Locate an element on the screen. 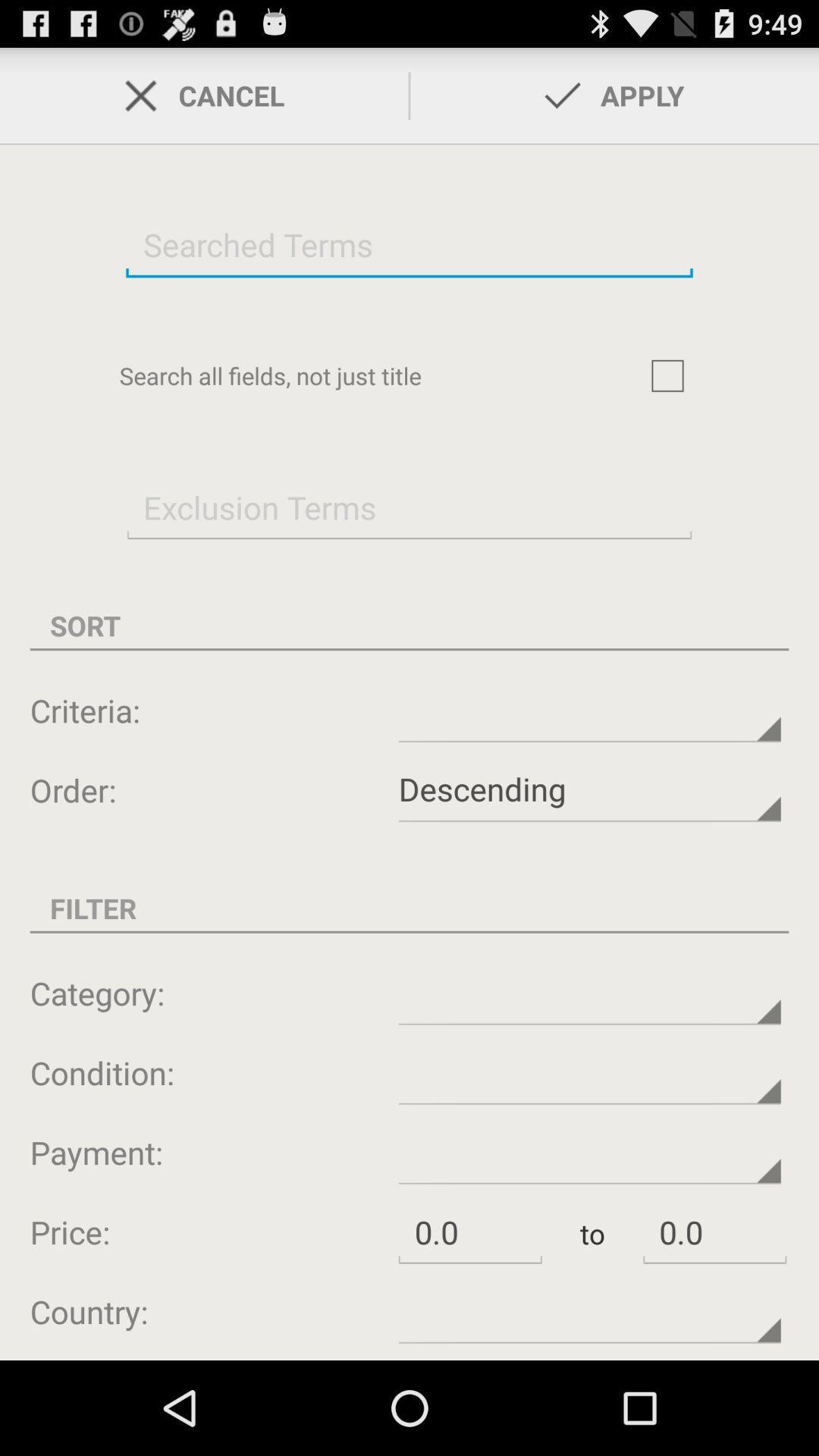  play is located at coordinates (667, 375).